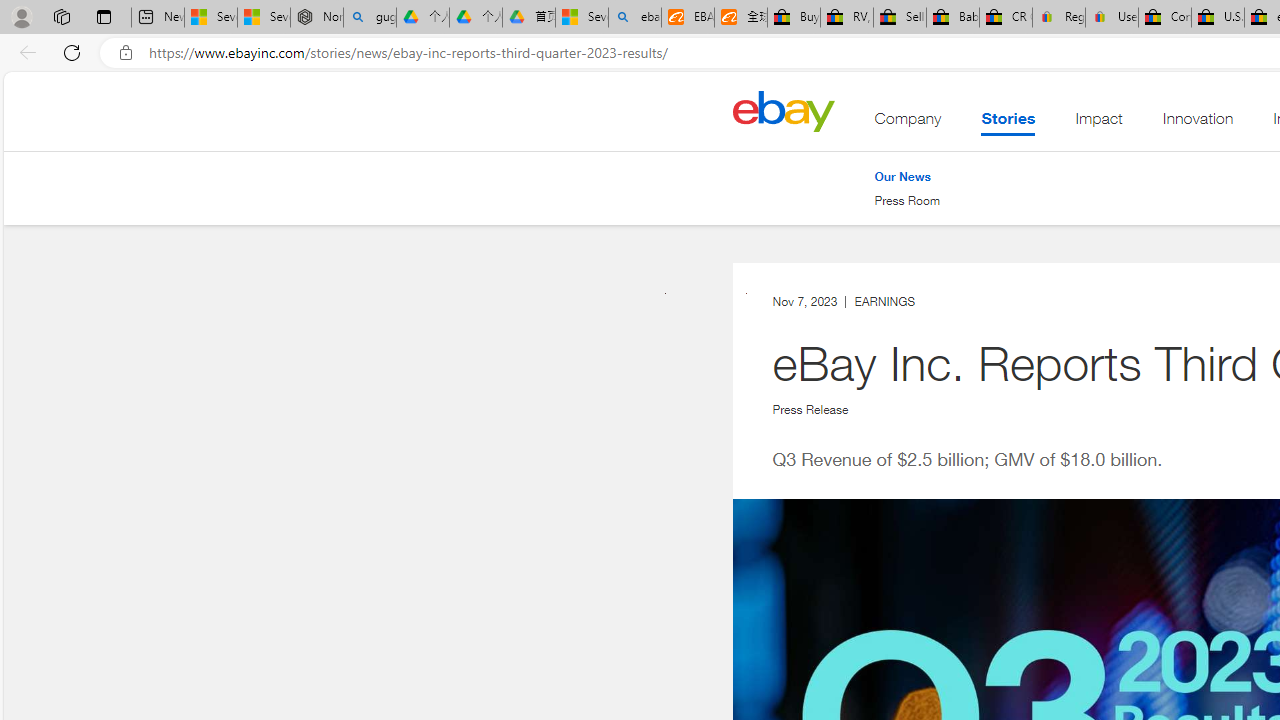 The height and width of the screenshot is (720, 1280). Describe the element at coordinates (1110, 17) in the screenshot. I see `'User Privacy Notice | eBay'` at that location.